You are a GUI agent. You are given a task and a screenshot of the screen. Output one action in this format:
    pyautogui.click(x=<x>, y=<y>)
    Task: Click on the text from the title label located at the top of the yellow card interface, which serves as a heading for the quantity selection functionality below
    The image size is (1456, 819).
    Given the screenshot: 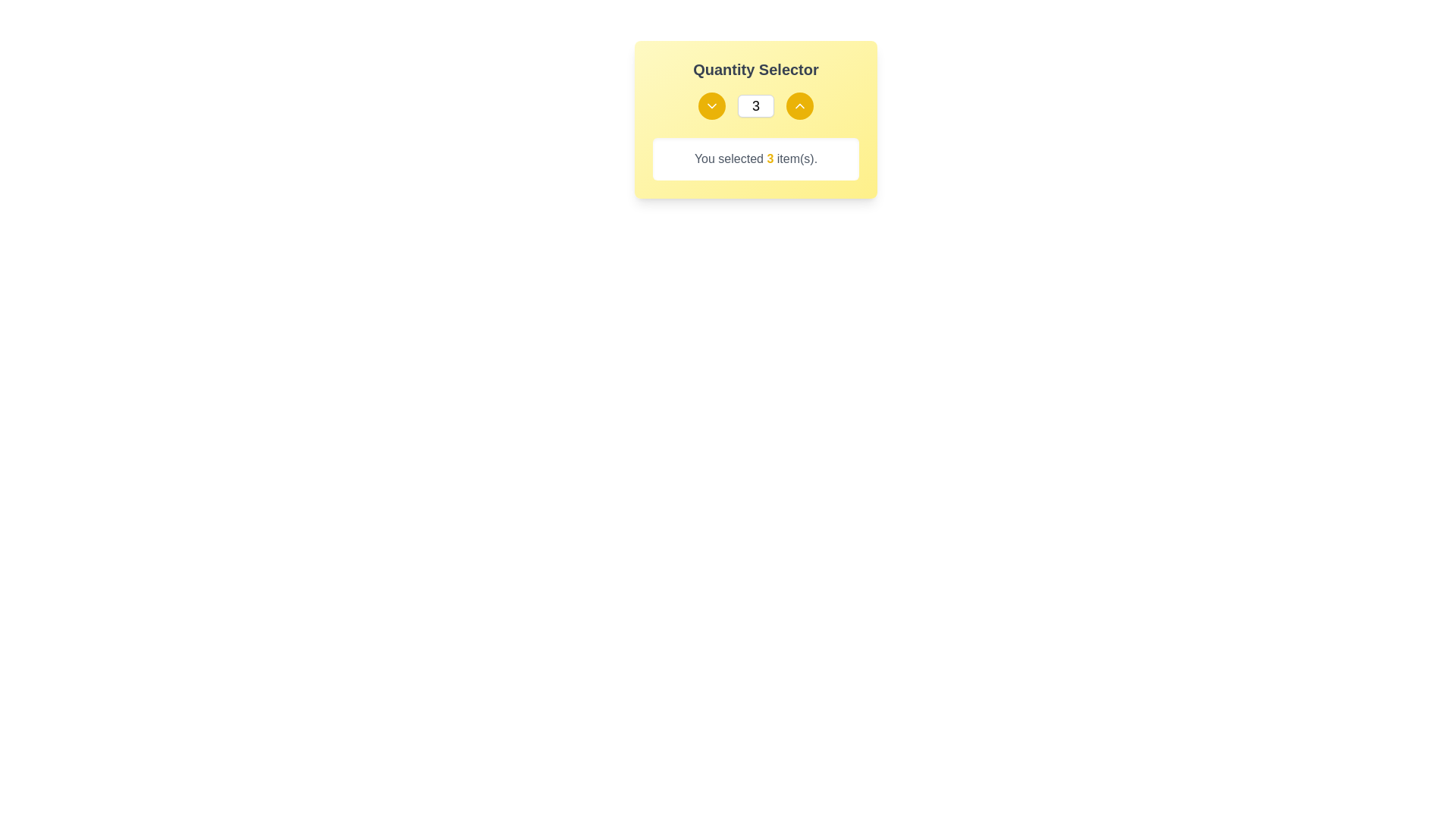 What is the action you would take?
    pyautogui.click(x=756, y=70)
    